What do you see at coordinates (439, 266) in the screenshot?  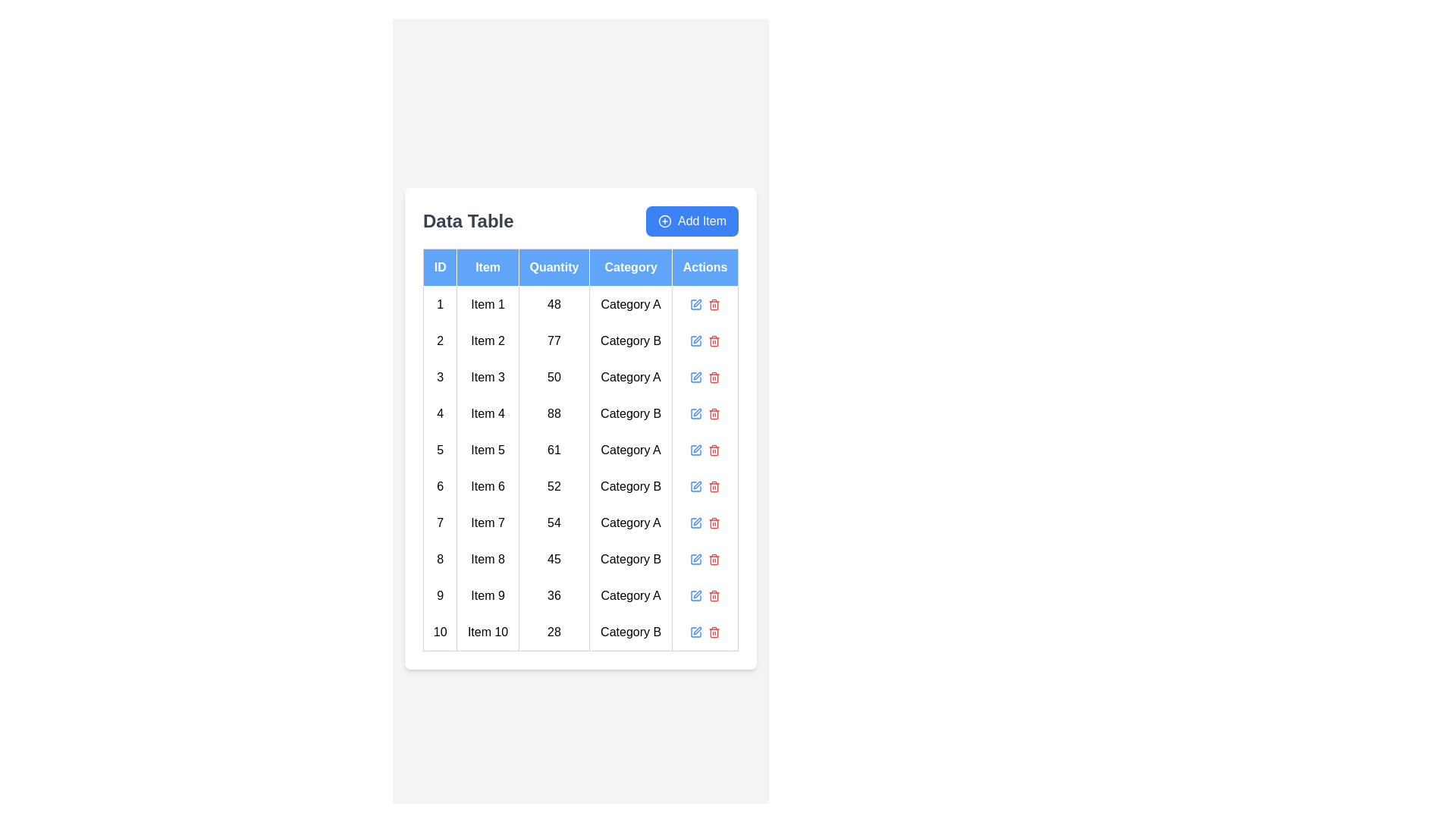 I see `the 'ID' column header in the table, which is located at the leftmost side of the header row` at bounding box center [439, 266].